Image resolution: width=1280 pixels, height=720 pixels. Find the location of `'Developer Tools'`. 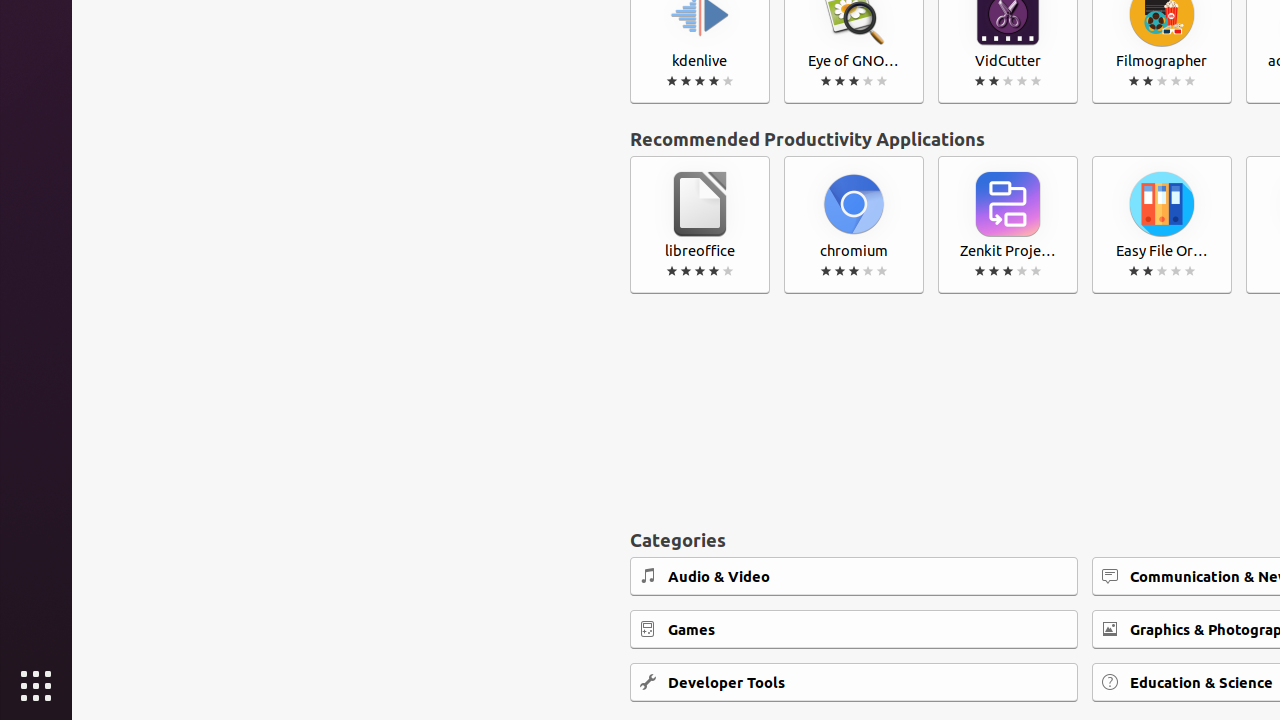

'Developer Tools' is located at coordinates (854, 681).